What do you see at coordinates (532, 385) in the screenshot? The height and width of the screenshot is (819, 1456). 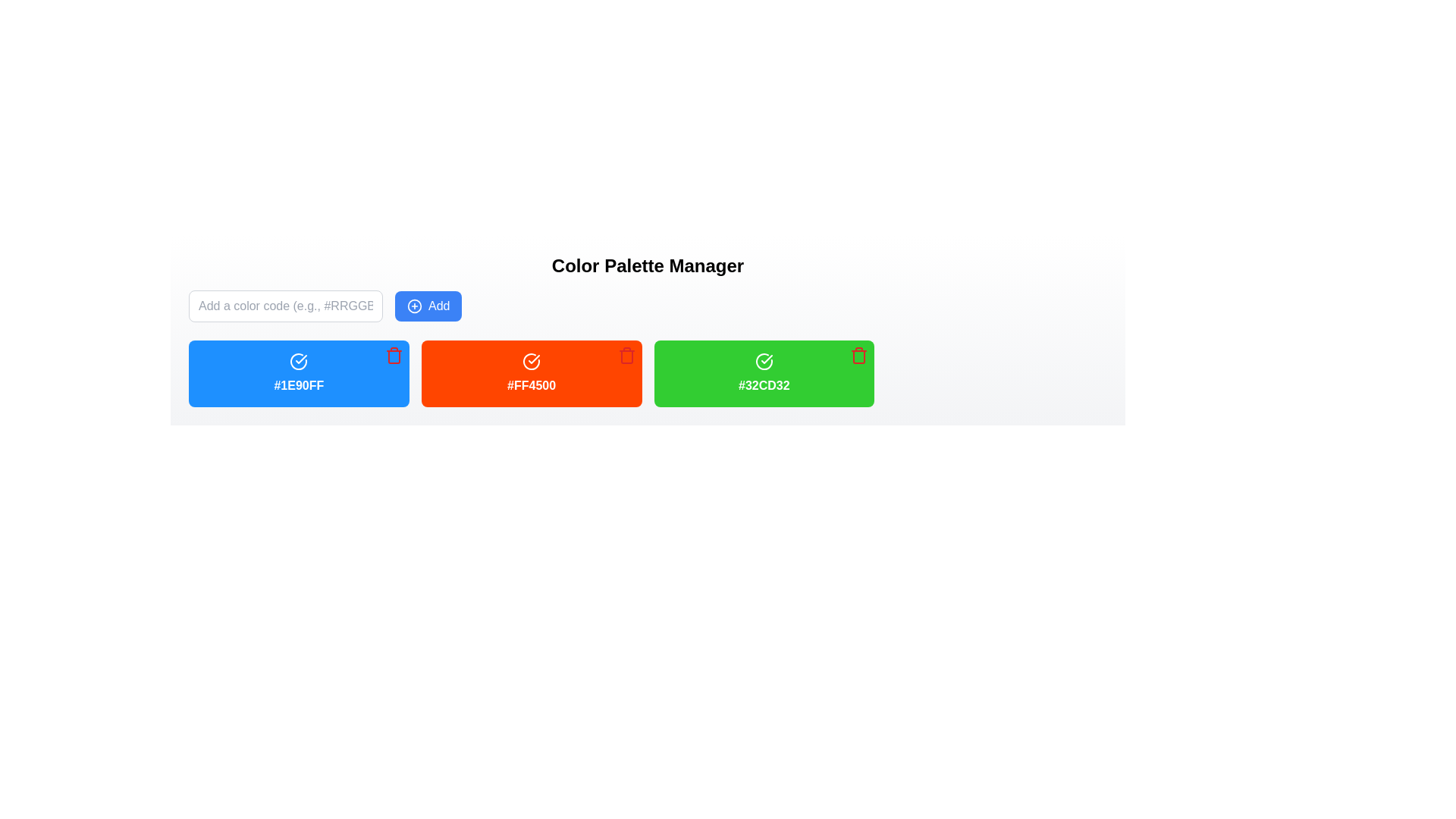 I see `text displayed in the Text Label that shows the hexadecimal color code for the associated color block located in the middle color block of the color palette` at bounding box center [532, 385].